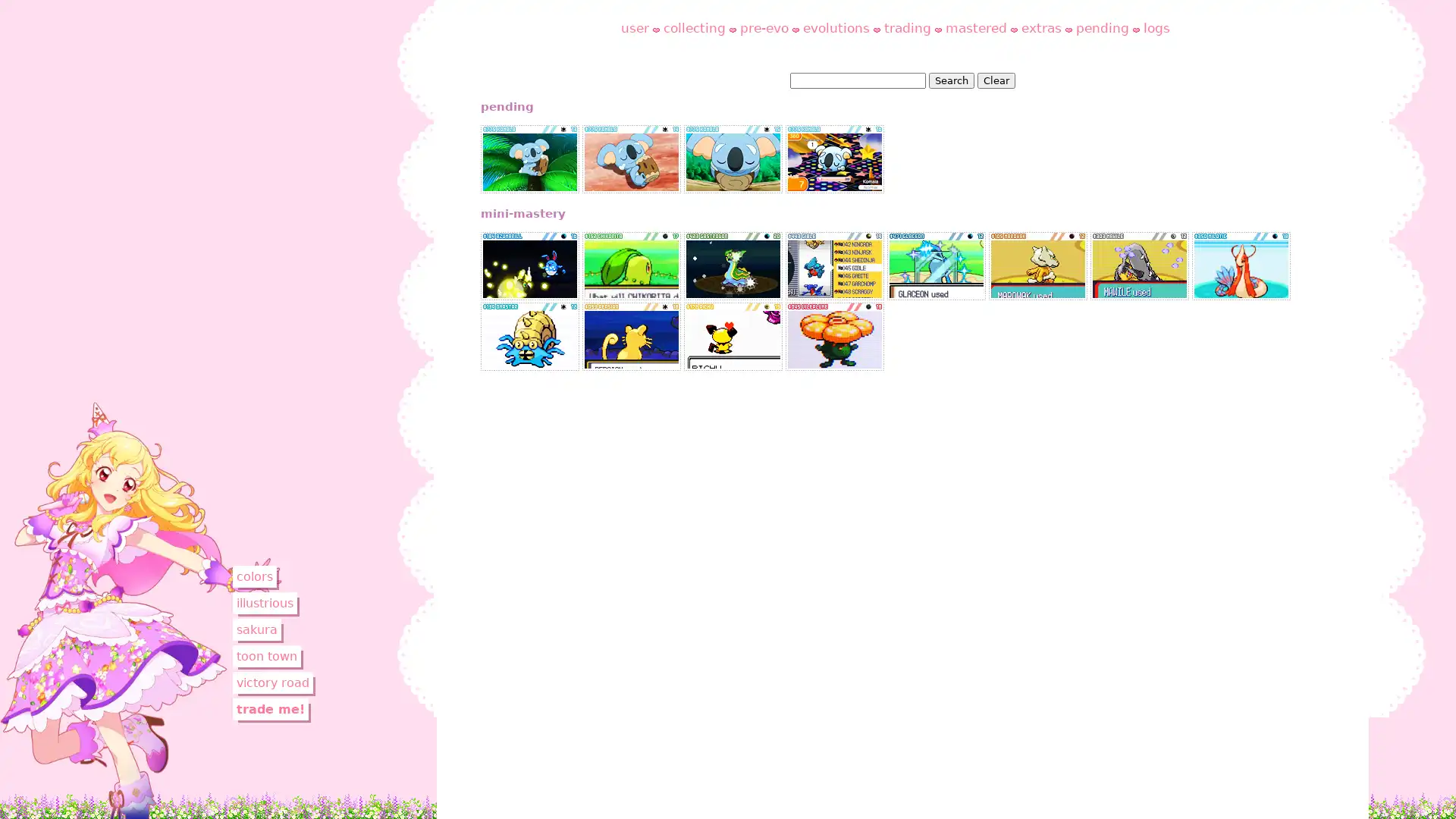  I want to click on Clear, so click(996, 80).